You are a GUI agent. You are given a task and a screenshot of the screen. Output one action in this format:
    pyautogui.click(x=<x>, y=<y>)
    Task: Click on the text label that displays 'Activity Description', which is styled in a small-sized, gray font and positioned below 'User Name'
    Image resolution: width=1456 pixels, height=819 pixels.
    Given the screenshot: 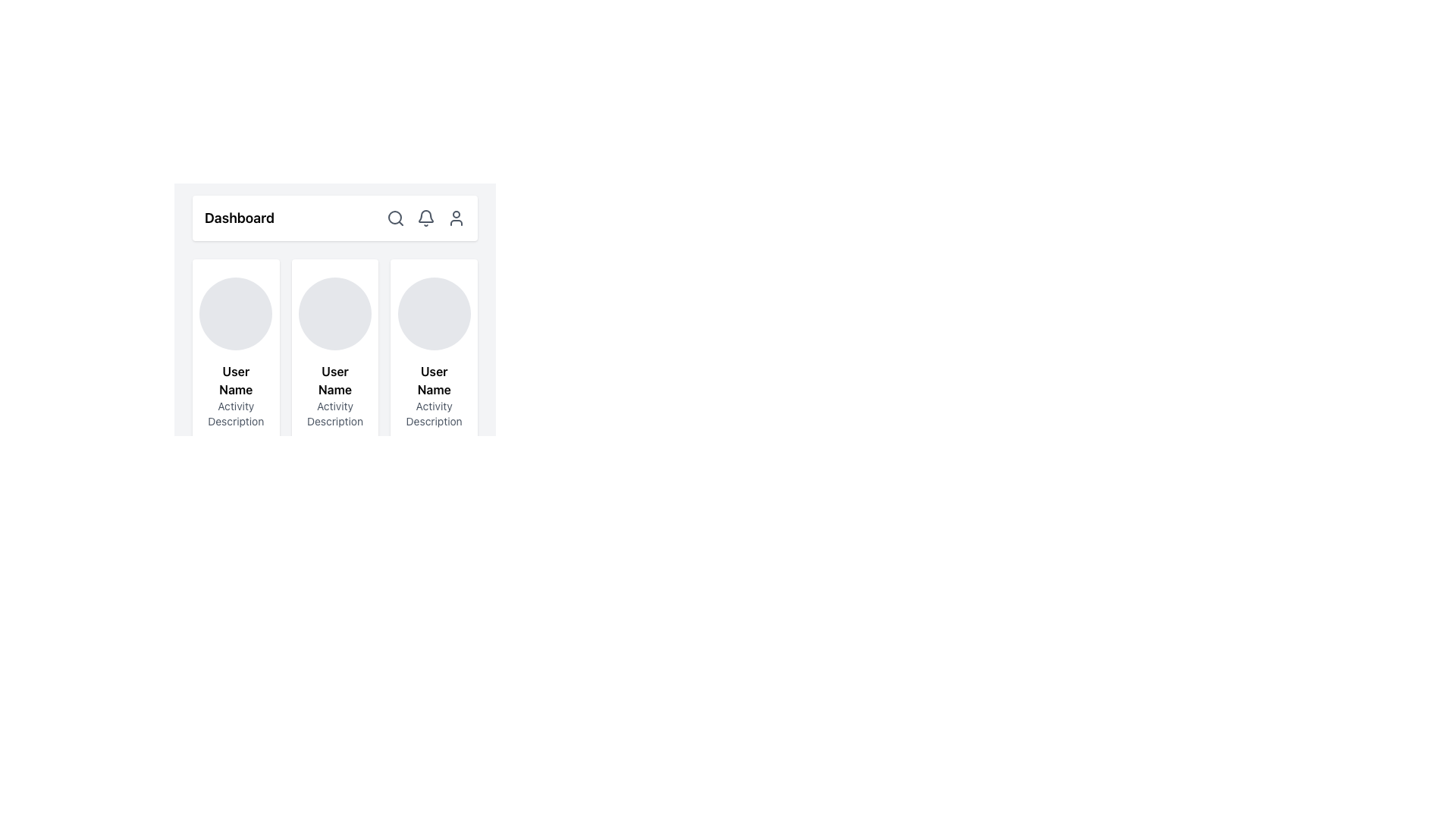 What is the action you would take?
    pyautogui.click(x=235, y=414)
    